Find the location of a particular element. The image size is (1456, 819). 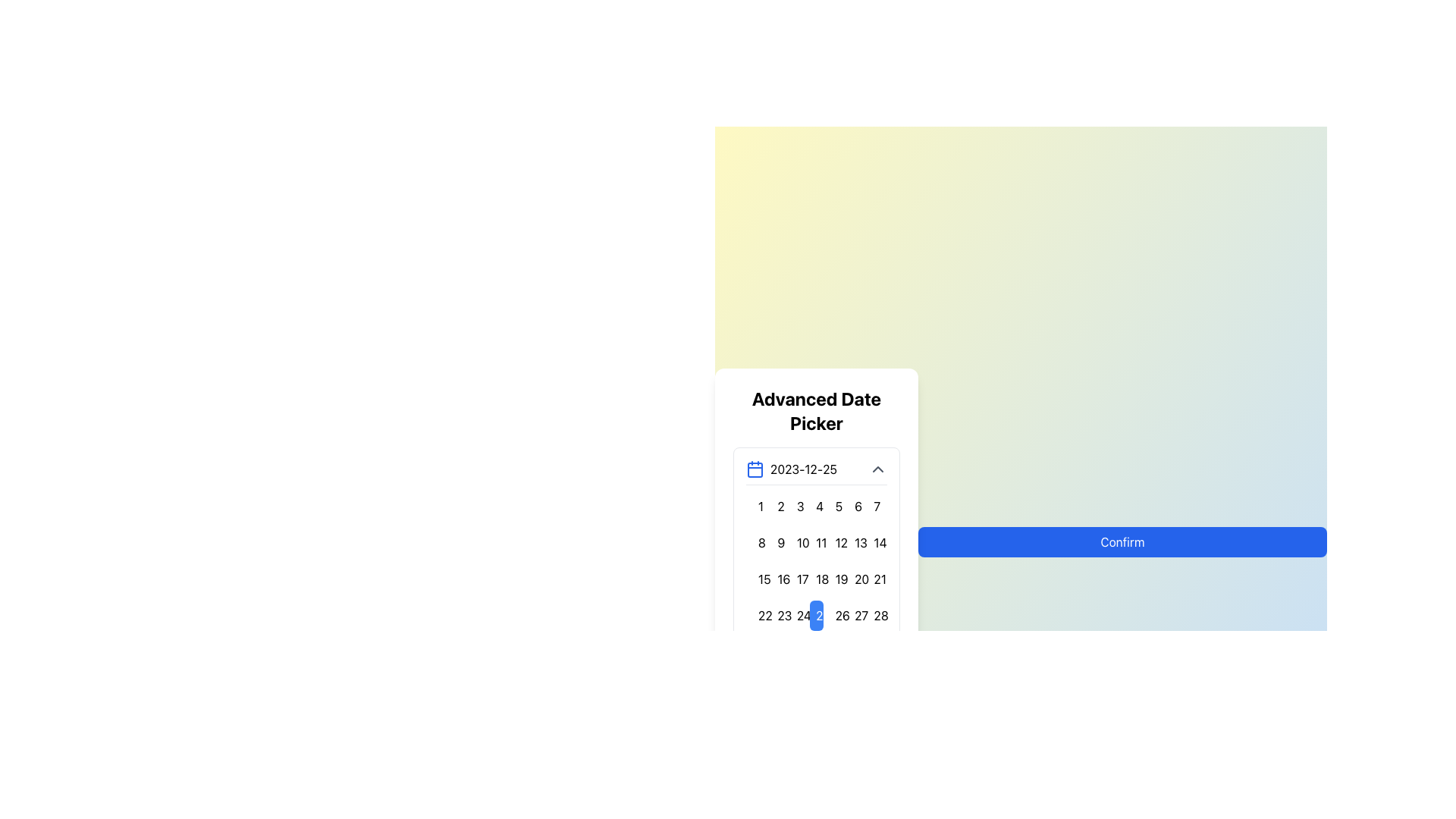

the date selection button for December 24th, 2023, to observe any hover effects is located at coordinates (796, 615).